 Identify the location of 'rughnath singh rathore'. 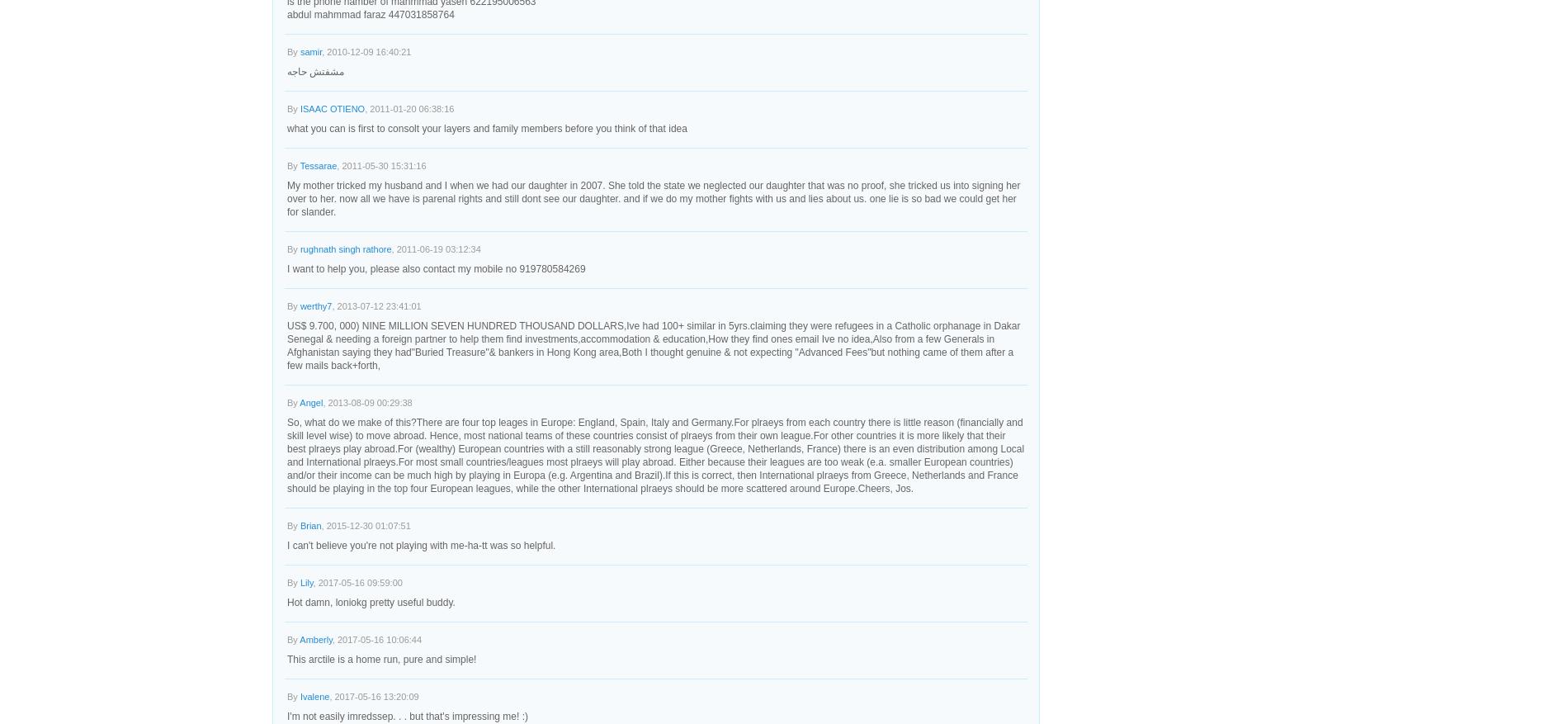
(344, 248).